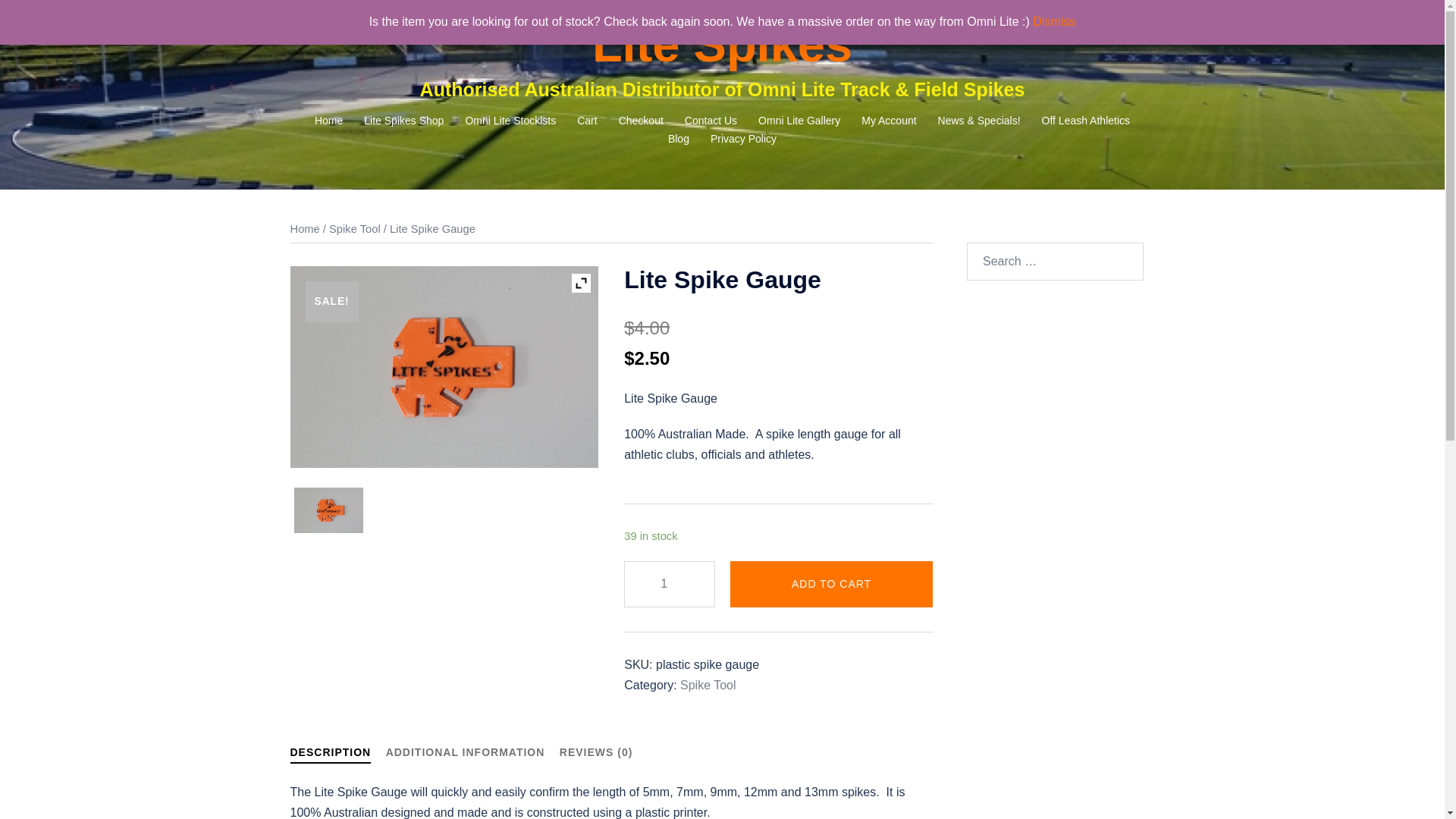  Describe the element at coordinates (385, 752) in the screenshot. I see `'ADDITIONAL INFORMATION'` at that location.